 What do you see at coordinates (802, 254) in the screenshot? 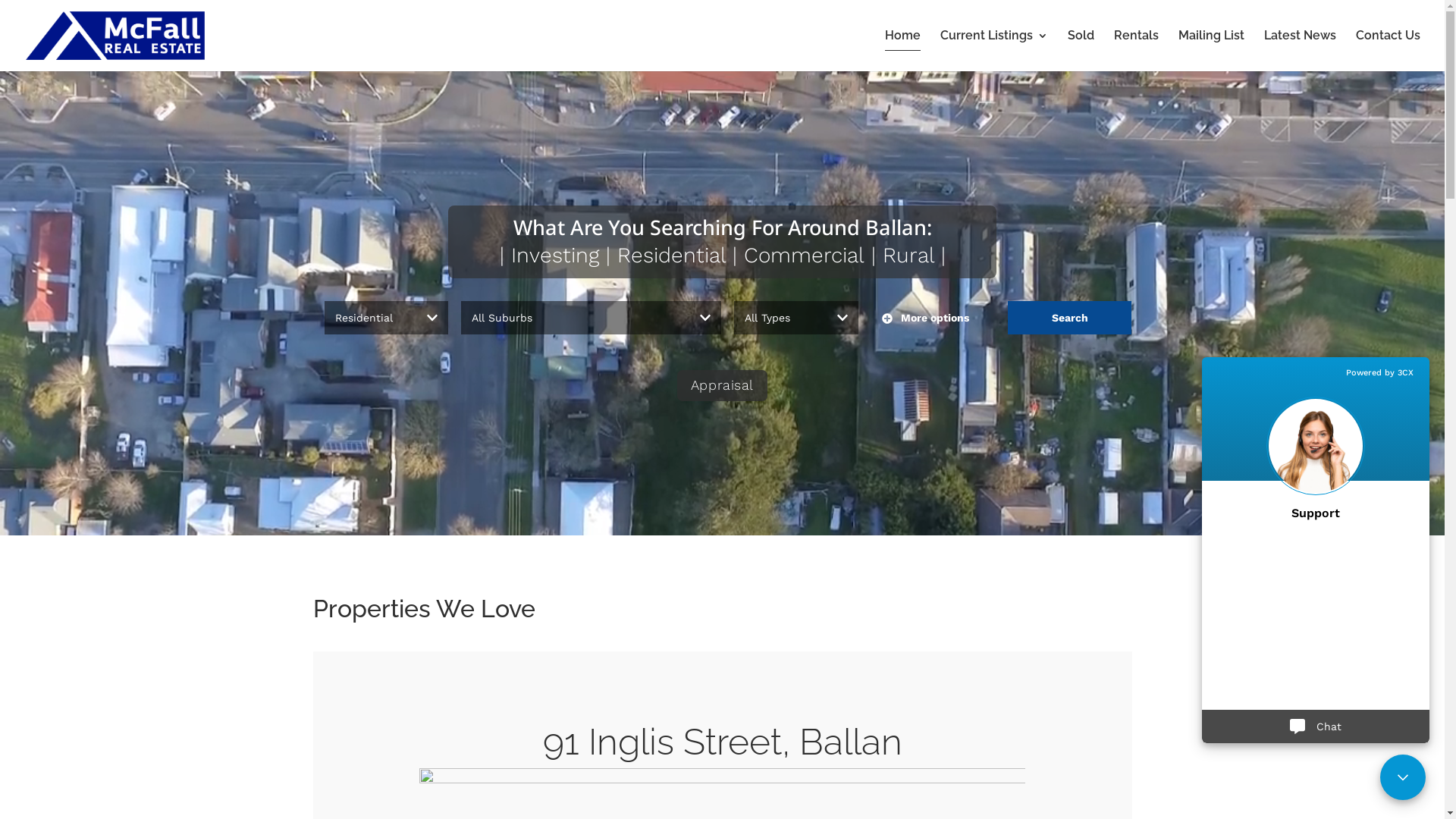
I see `'Commercial'` at bounding box center [802, 254].